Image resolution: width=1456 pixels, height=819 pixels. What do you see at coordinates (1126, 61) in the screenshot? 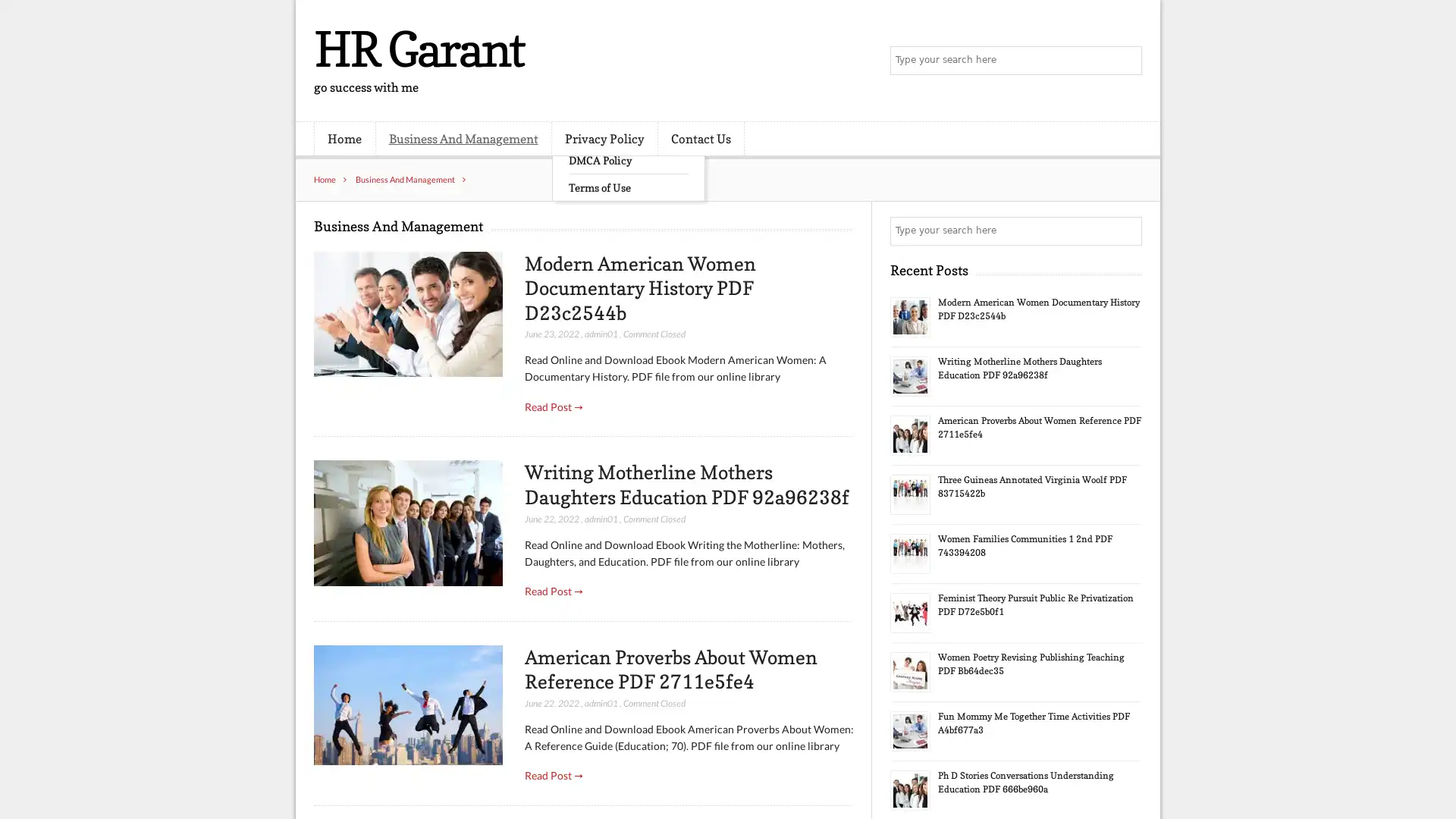
I see `Search` at bounding box center [1126, 61].